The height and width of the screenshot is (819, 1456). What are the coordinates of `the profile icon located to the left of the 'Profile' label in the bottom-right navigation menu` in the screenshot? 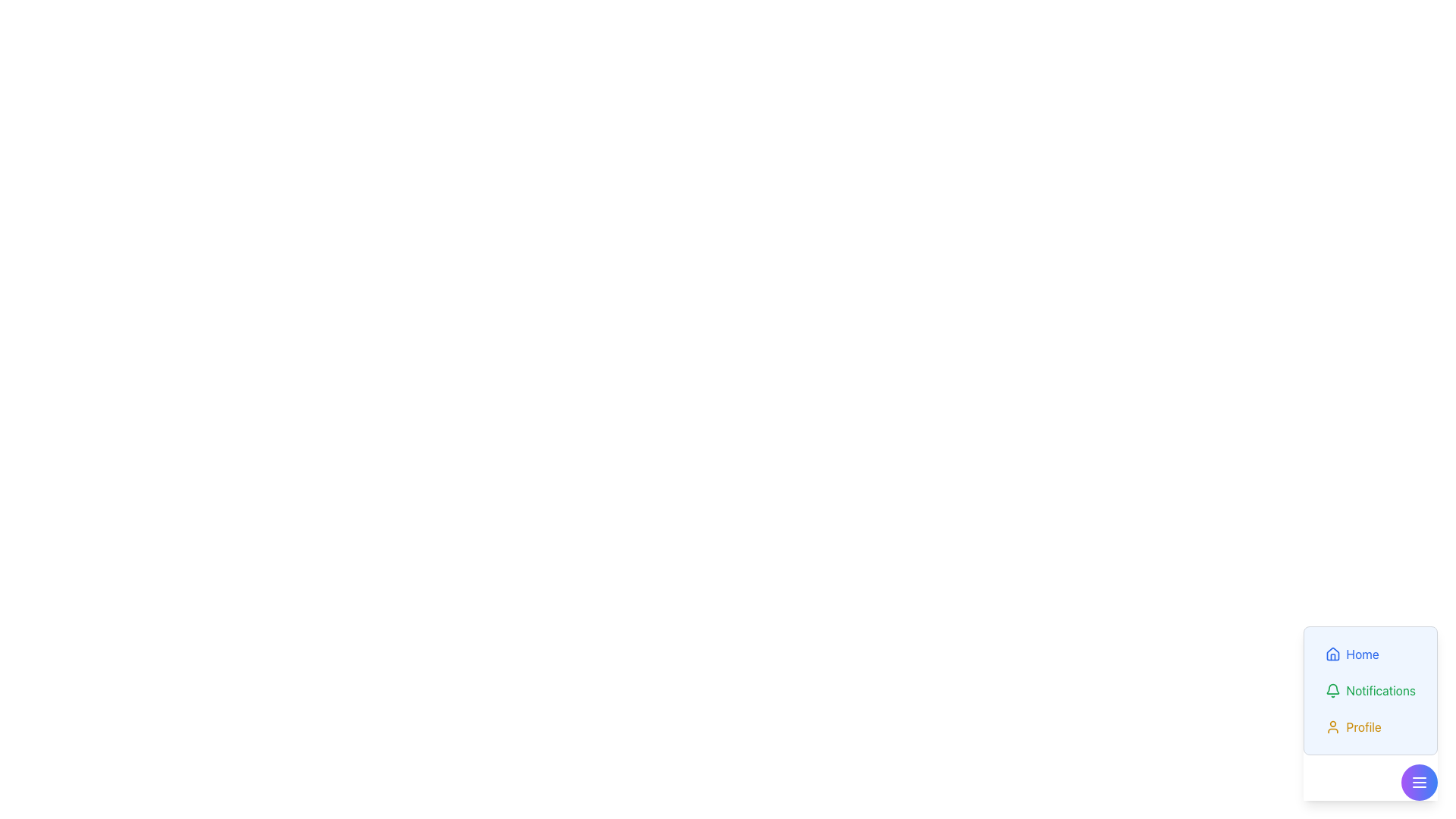 It's located at (1332, 726).